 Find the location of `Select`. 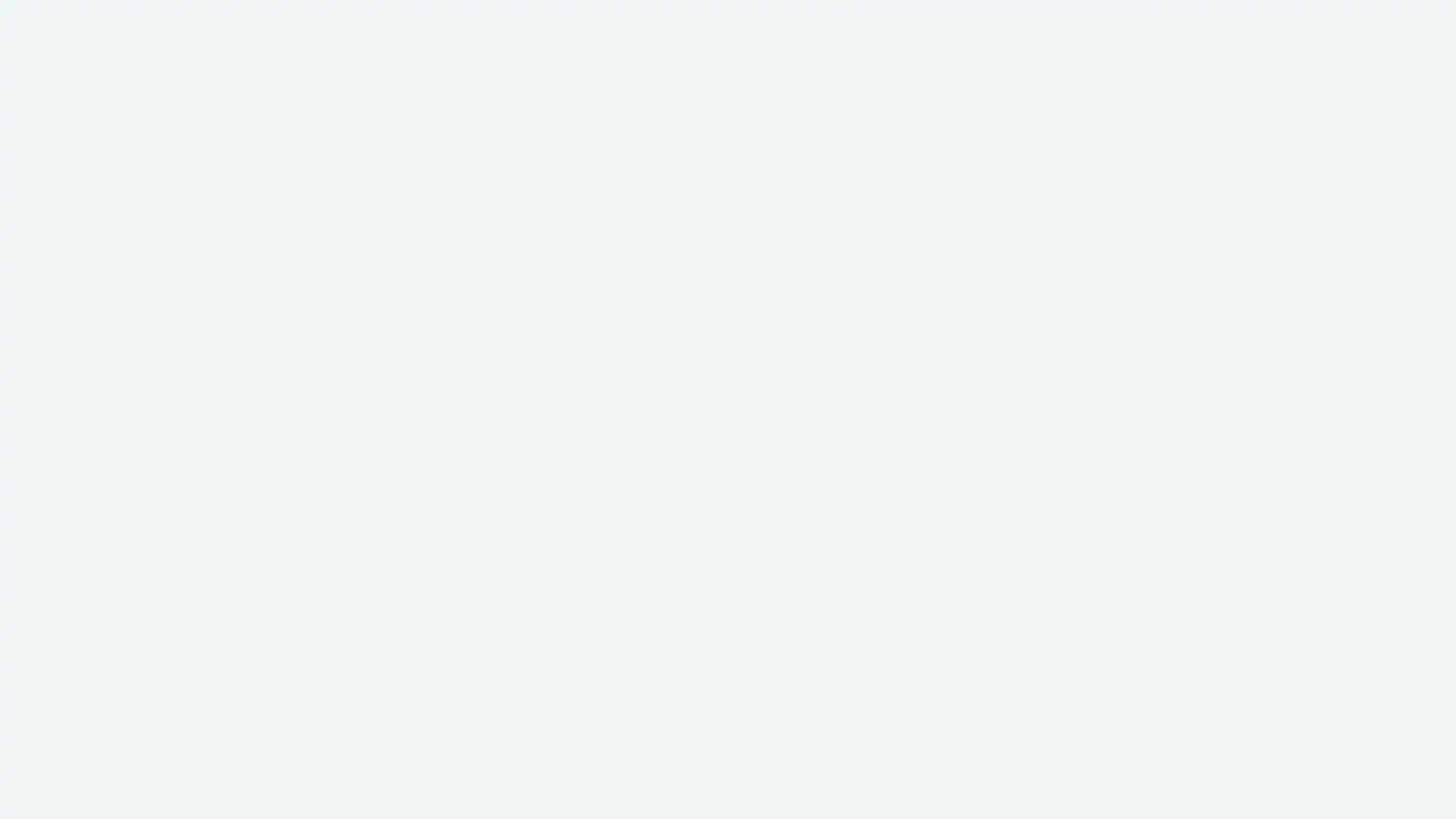

Select is located at coordinates (1044, 591).